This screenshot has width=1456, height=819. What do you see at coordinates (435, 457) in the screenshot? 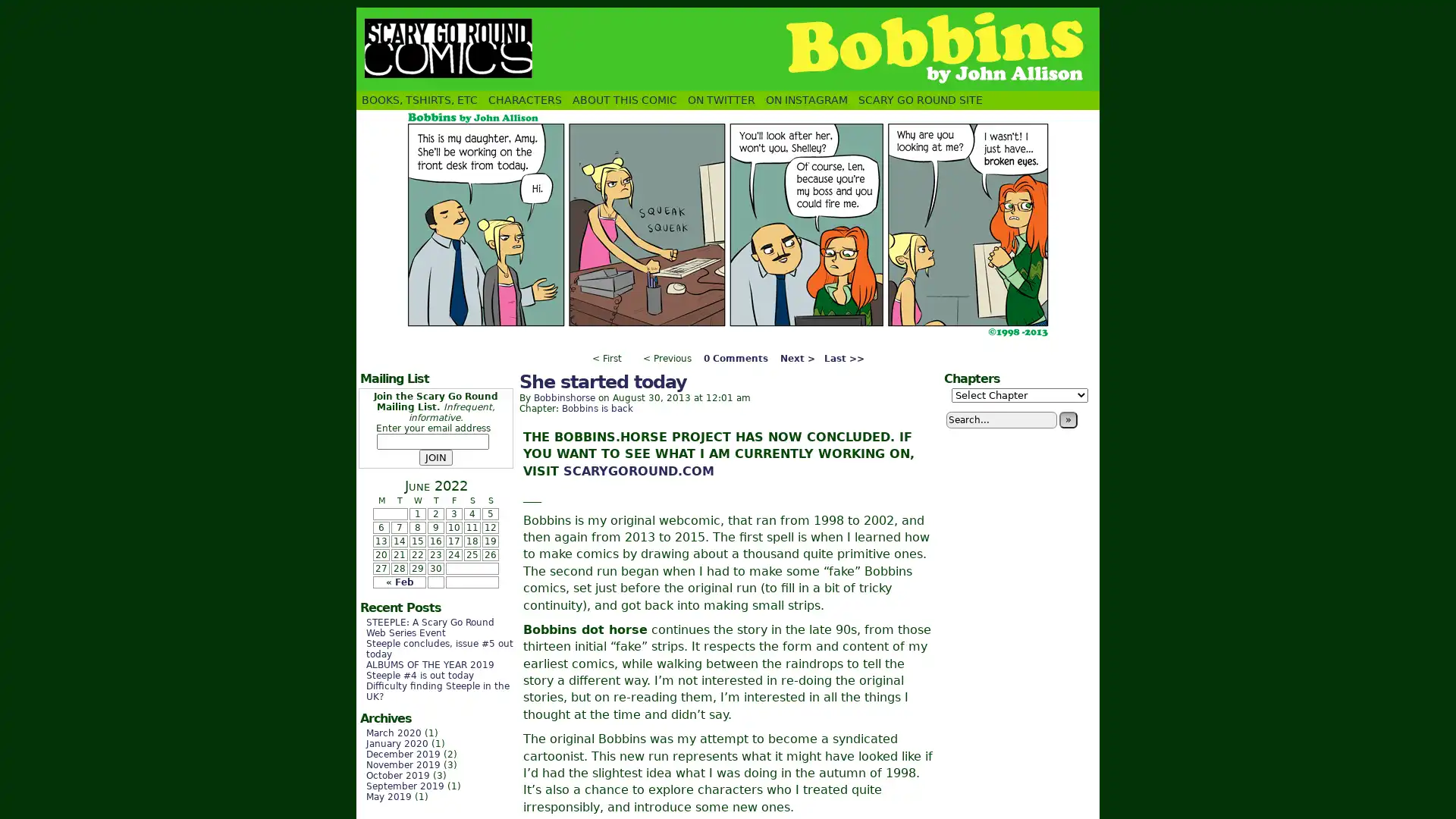
I see `JOIN` at bounding box center [435, 457].